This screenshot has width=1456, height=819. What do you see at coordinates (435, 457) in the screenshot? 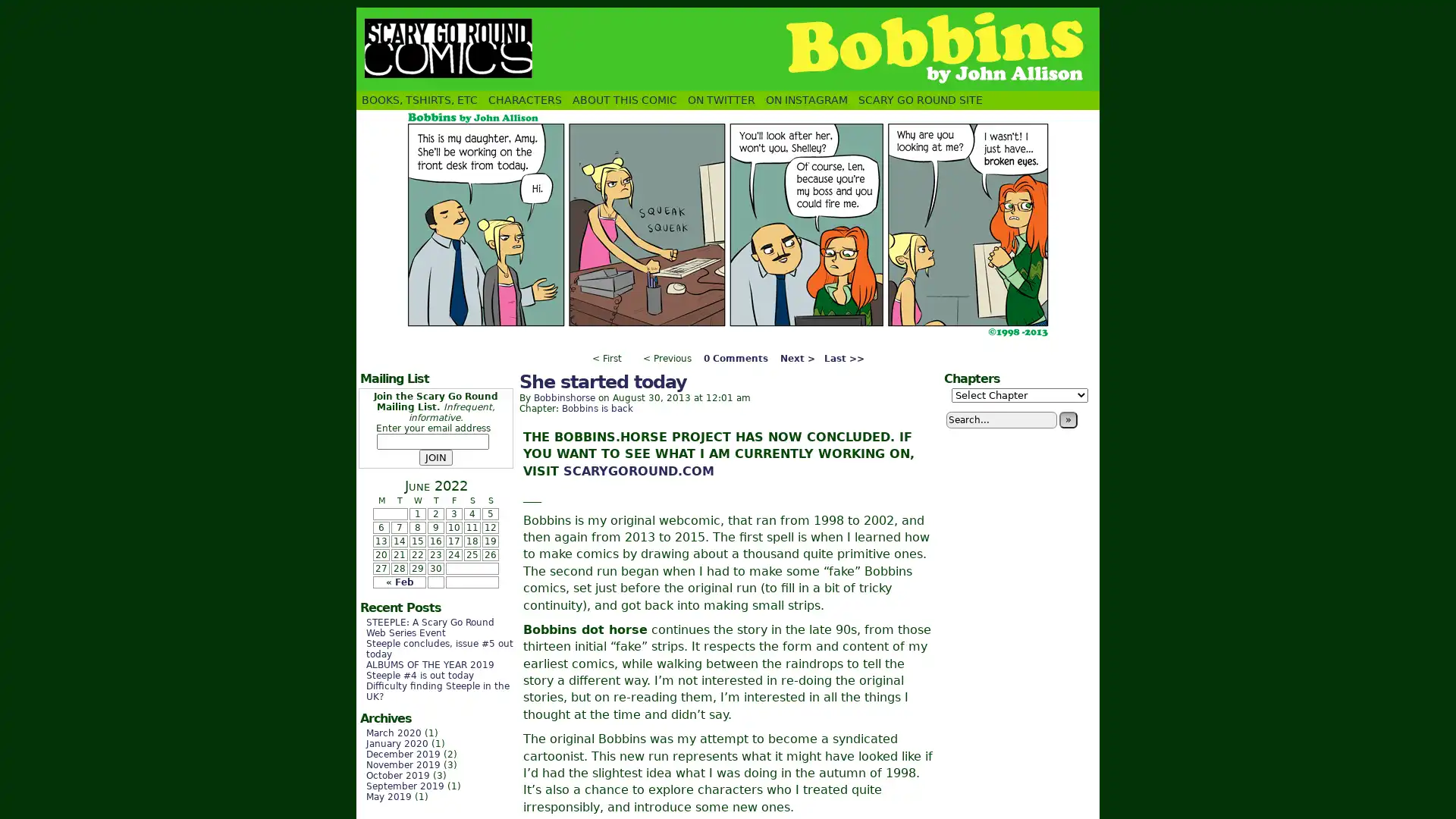
I see `JOIN` at bounding box center [435, 457].